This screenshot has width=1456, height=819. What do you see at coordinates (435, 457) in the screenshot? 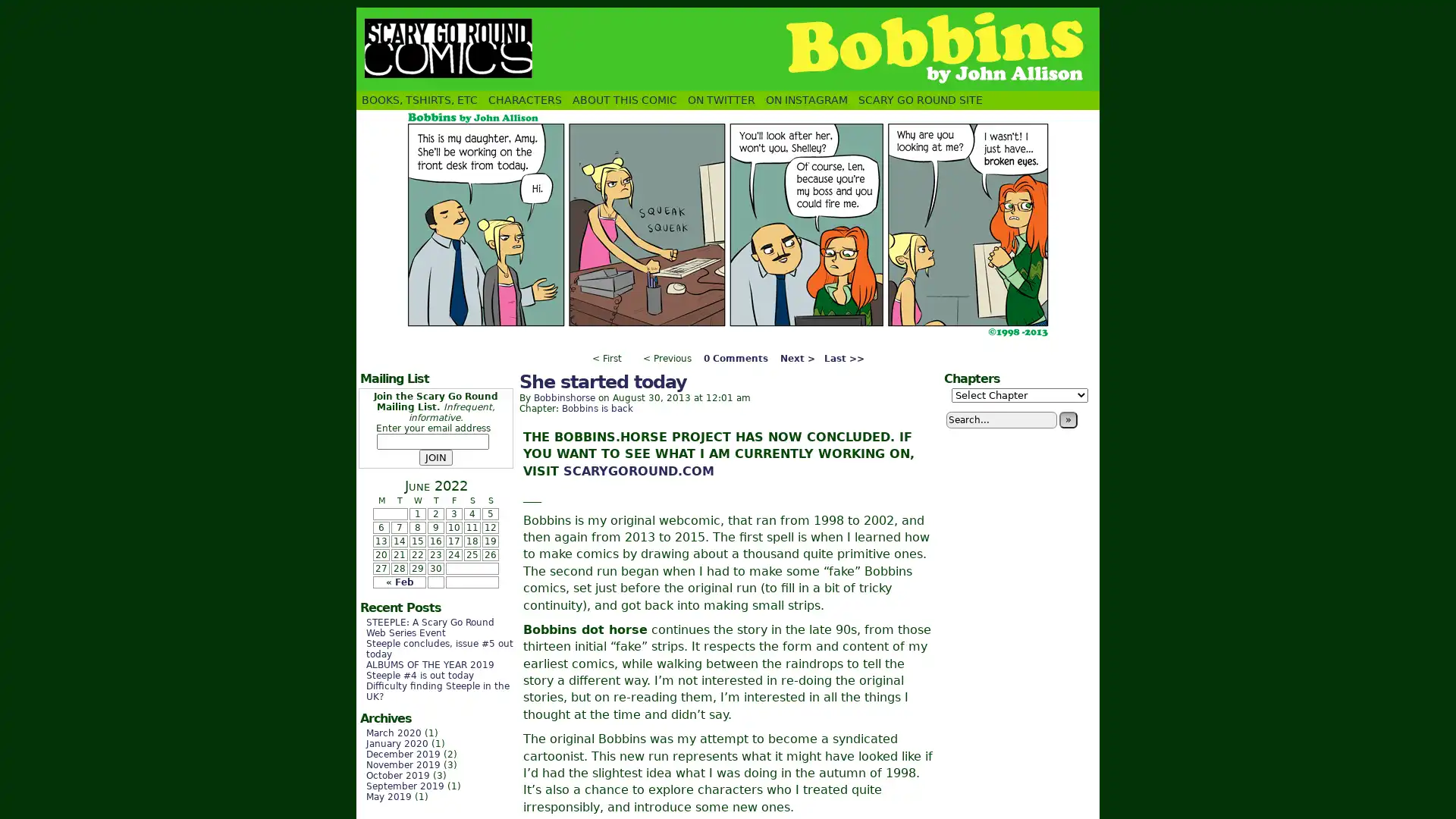
I see `JOIN` at bounding box center [435, 457].